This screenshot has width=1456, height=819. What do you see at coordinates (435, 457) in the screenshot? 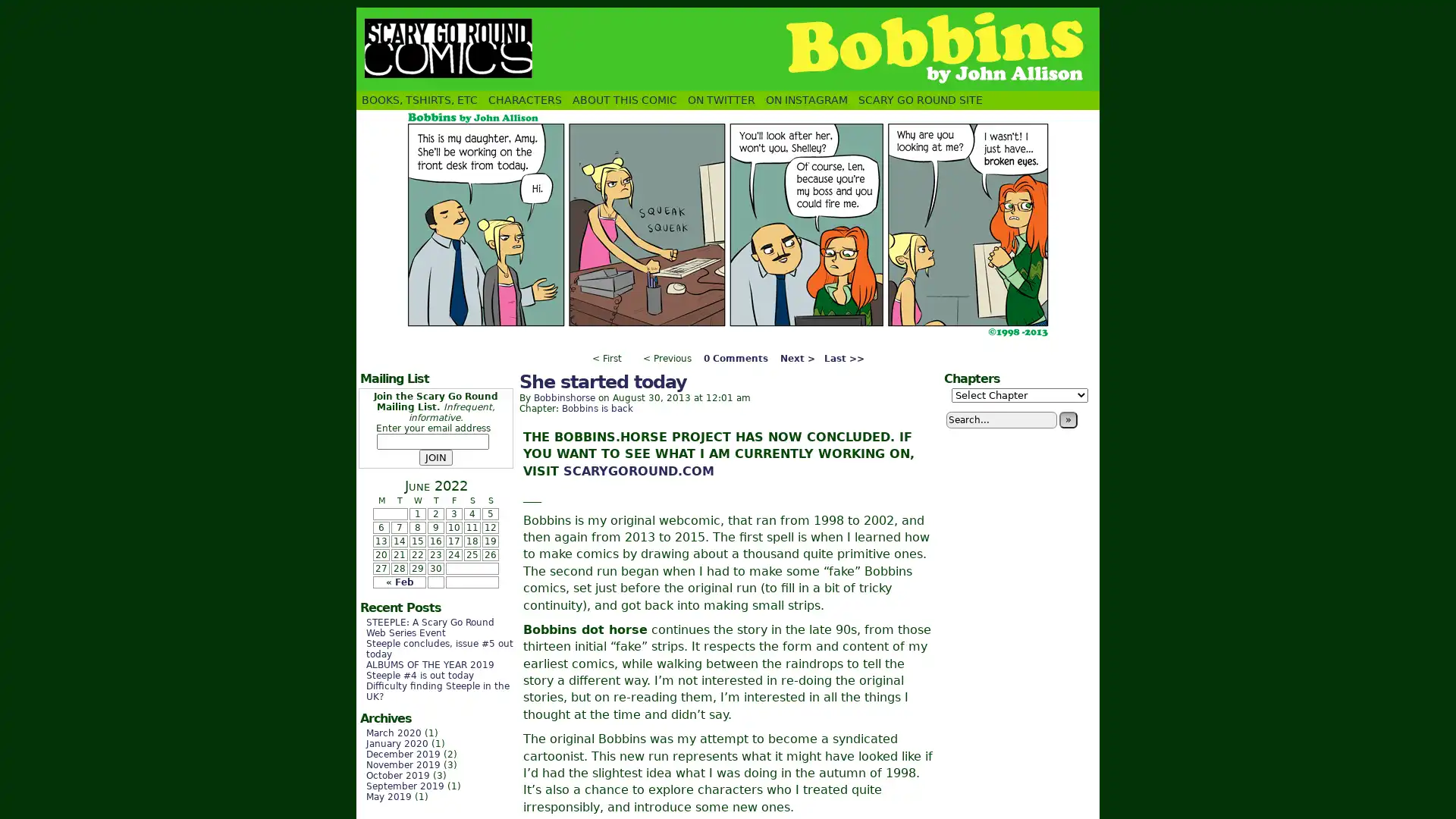
I see `JOIN` at bounding box center [435, 457].